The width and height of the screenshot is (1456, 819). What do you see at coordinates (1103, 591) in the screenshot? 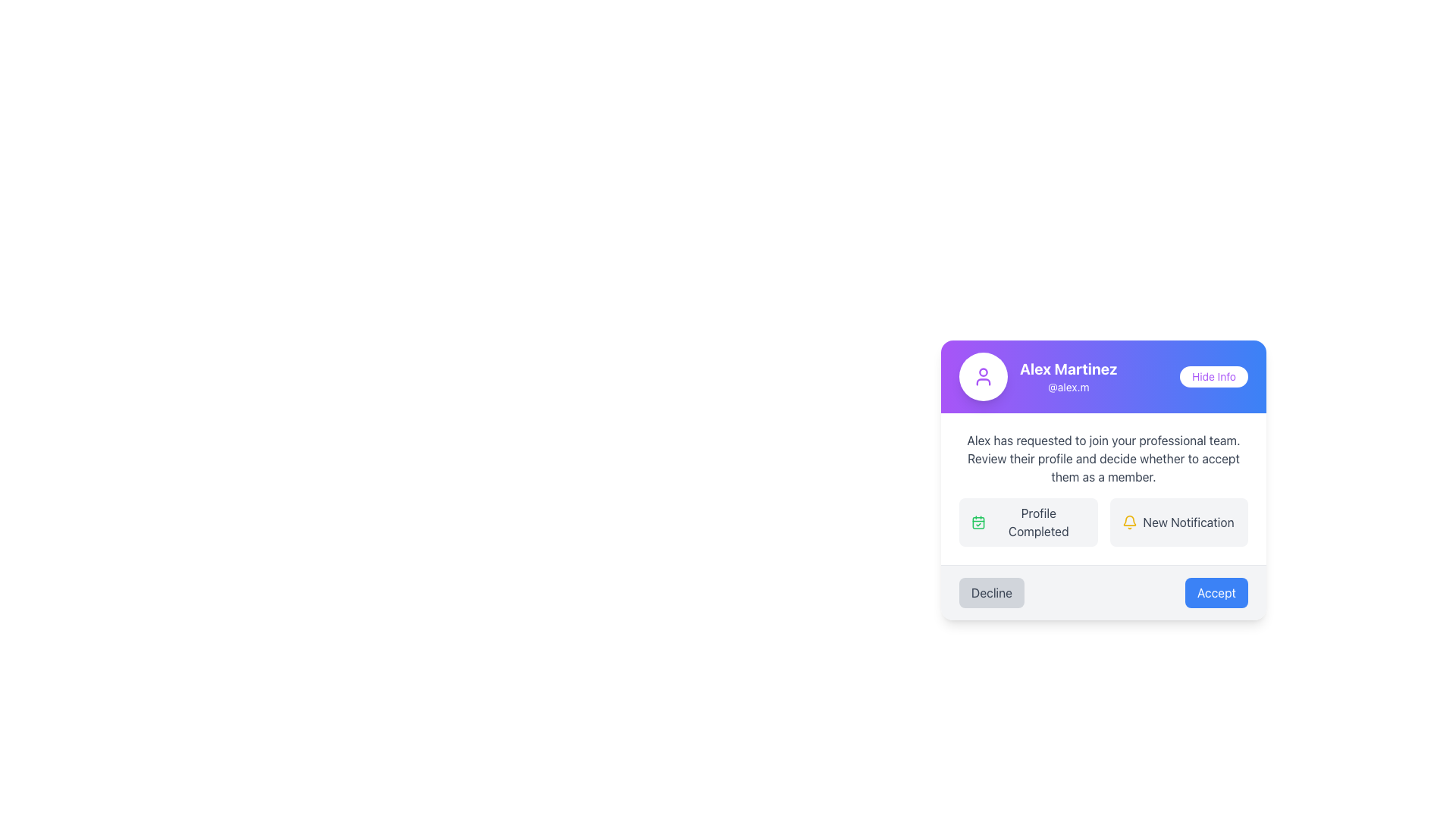
I see `the 'Accept' button on the right side of the composite containing two horizontally aligned buttons to approve the request` at bounding box center [1103, 591].